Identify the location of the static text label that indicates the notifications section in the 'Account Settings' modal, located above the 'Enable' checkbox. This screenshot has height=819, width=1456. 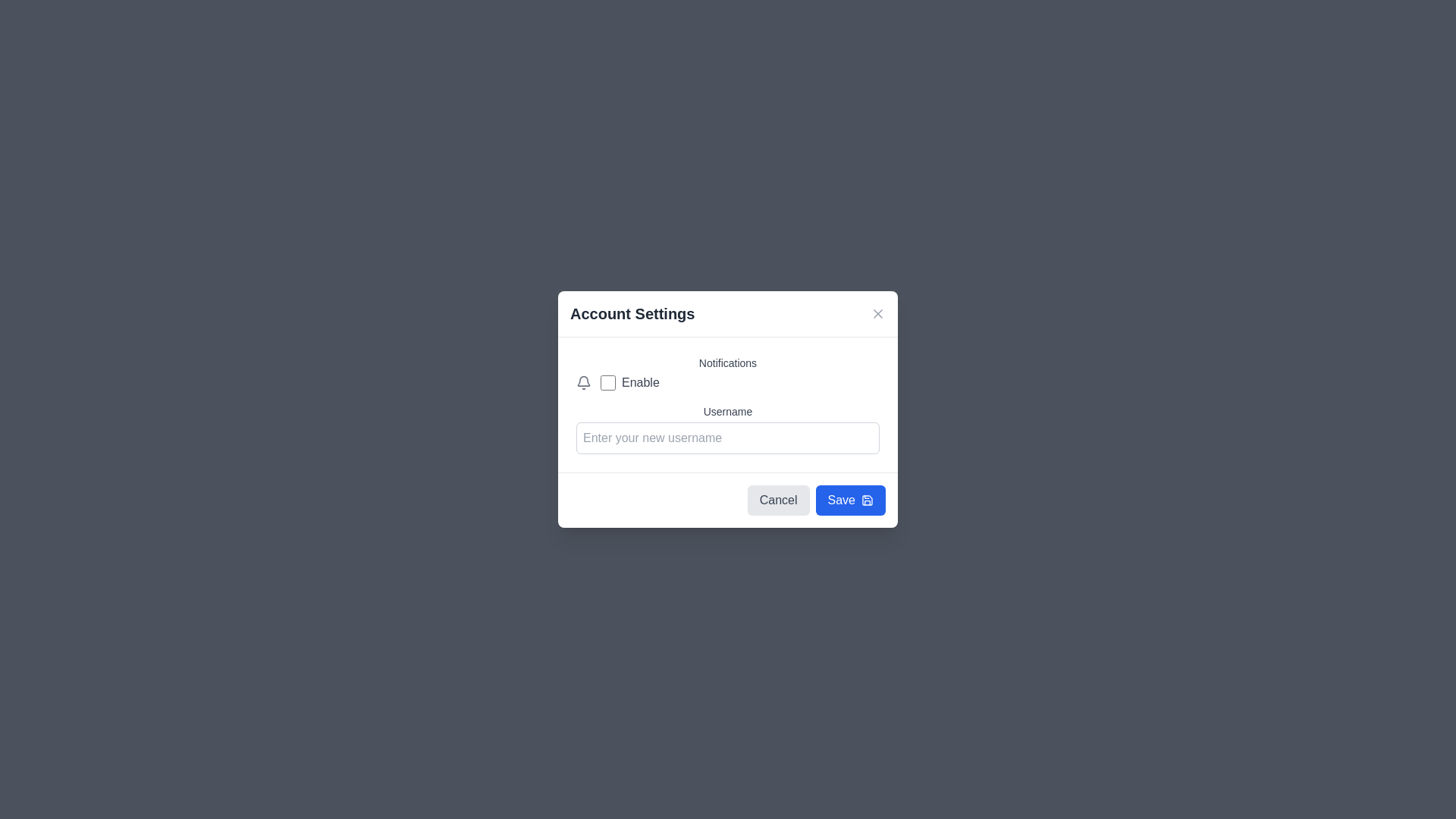
(728, 362).